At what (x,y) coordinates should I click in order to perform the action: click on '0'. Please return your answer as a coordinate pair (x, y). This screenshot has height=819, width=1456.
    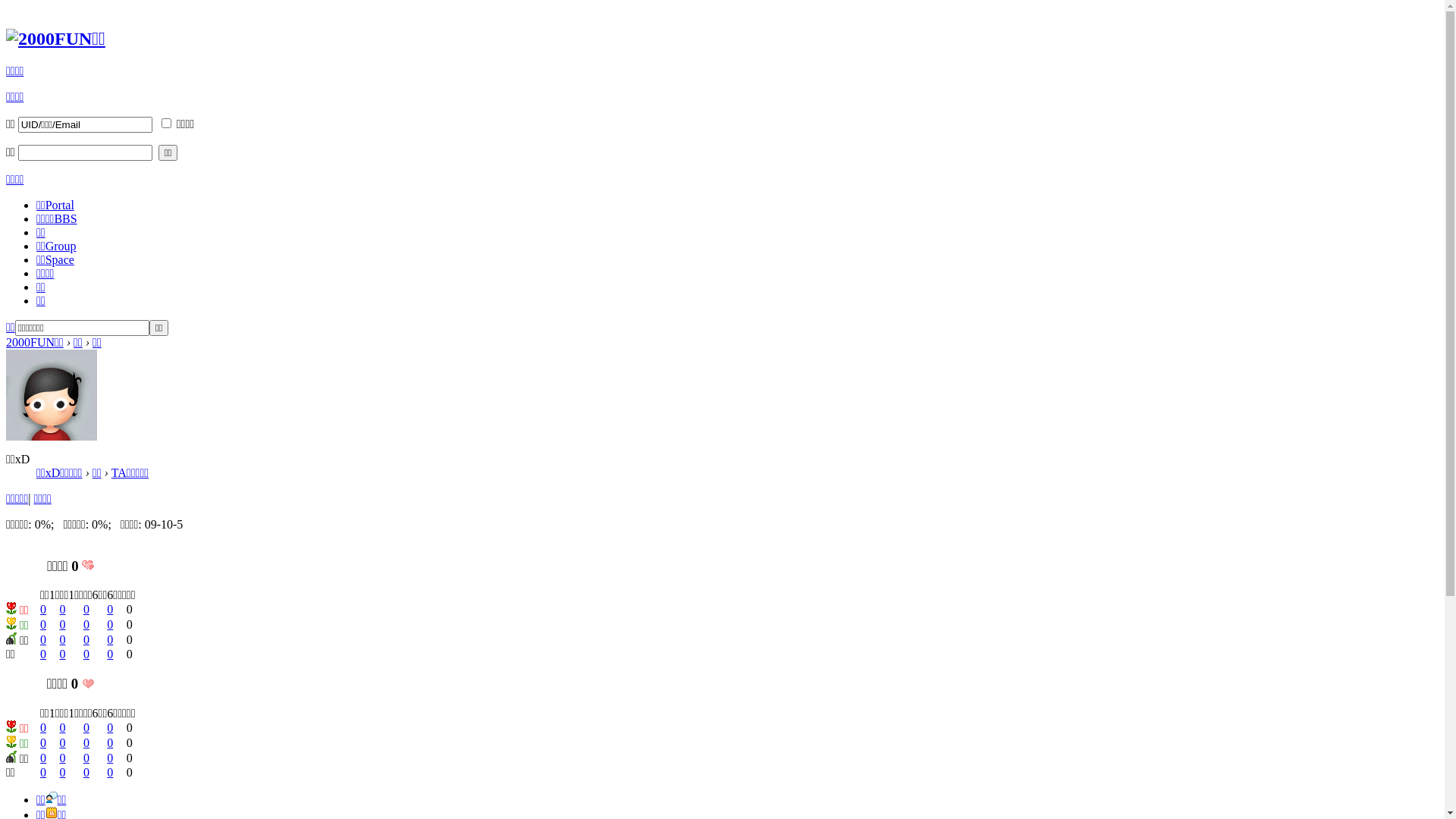
    Looking at the image, I should click on (108, 742).